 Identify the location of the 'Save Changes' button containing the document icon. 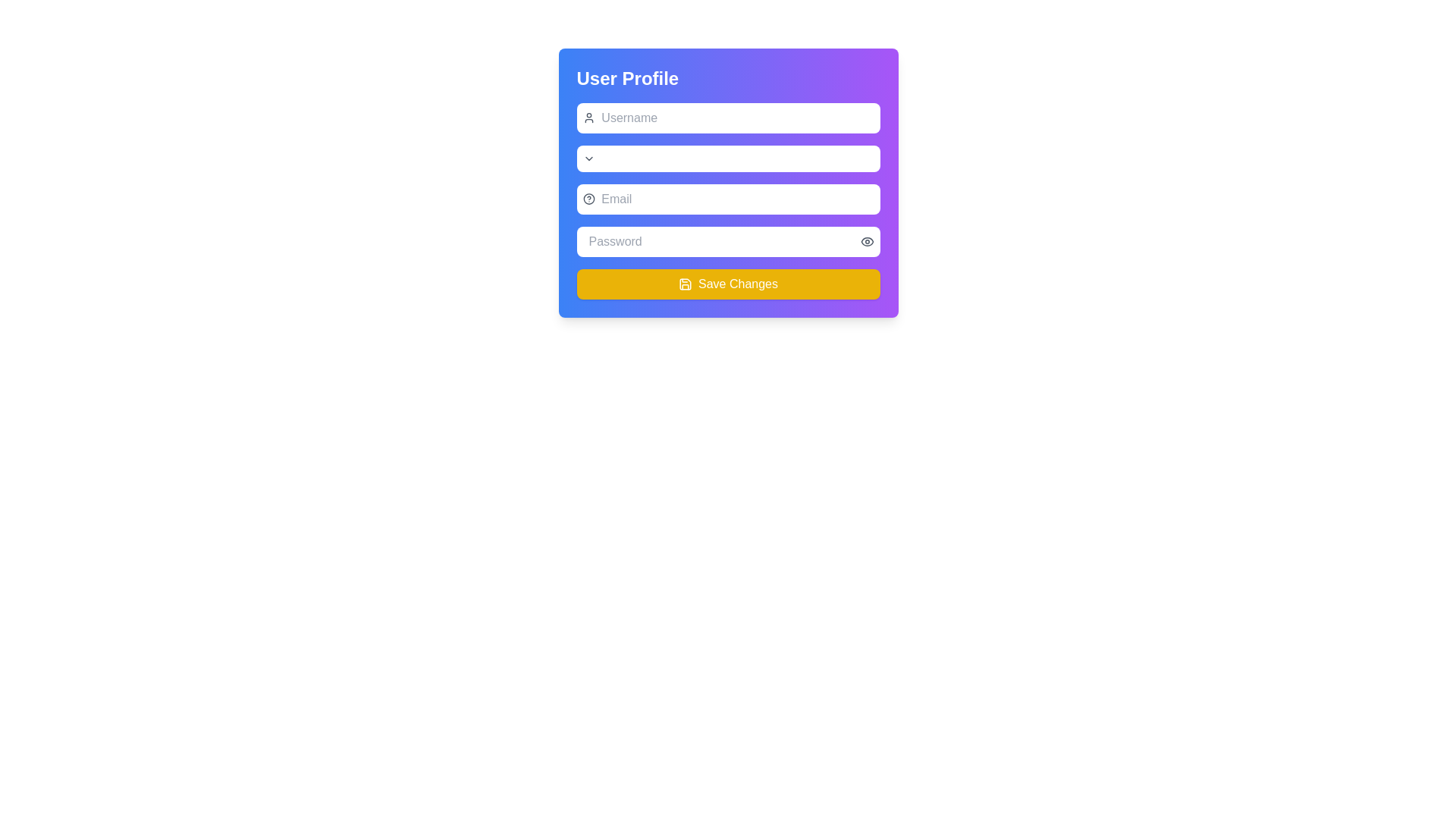
(684, 284).